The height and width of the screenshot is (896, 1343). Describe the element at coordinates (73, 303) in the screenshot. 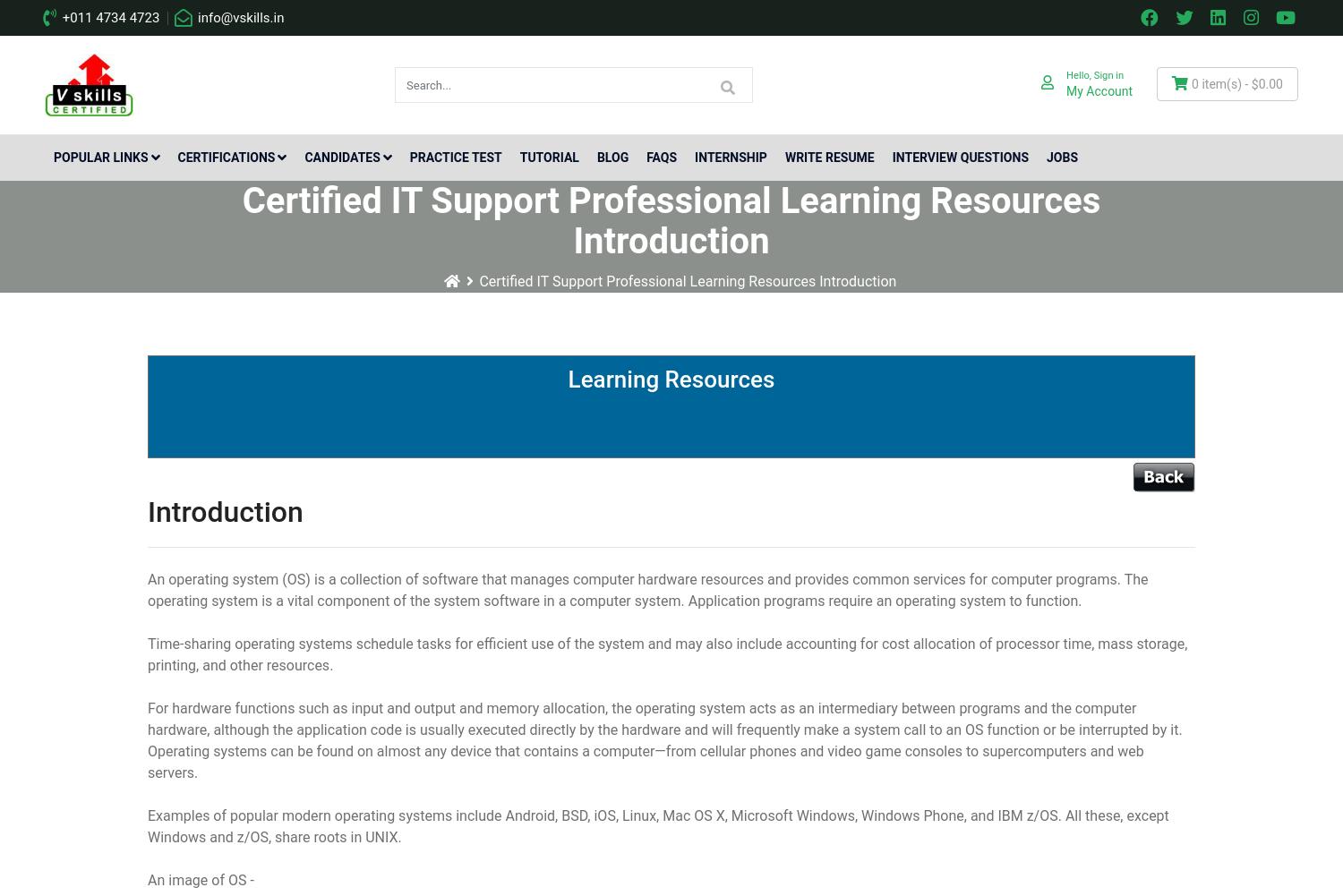

I see `'Cloud Computing'` at that location.